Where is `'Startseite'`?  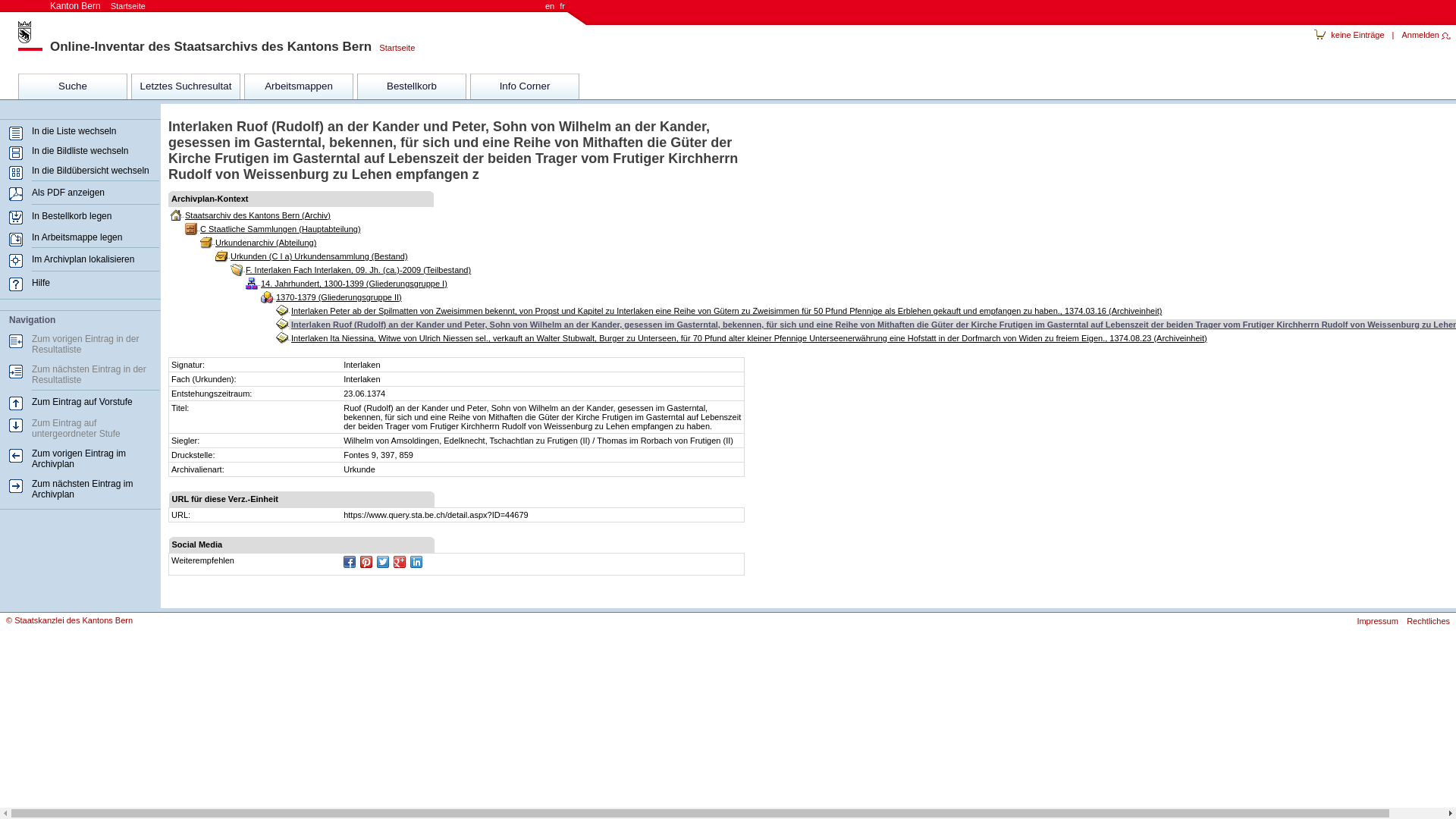 'Startseite' is located at coordinates (393, 46).